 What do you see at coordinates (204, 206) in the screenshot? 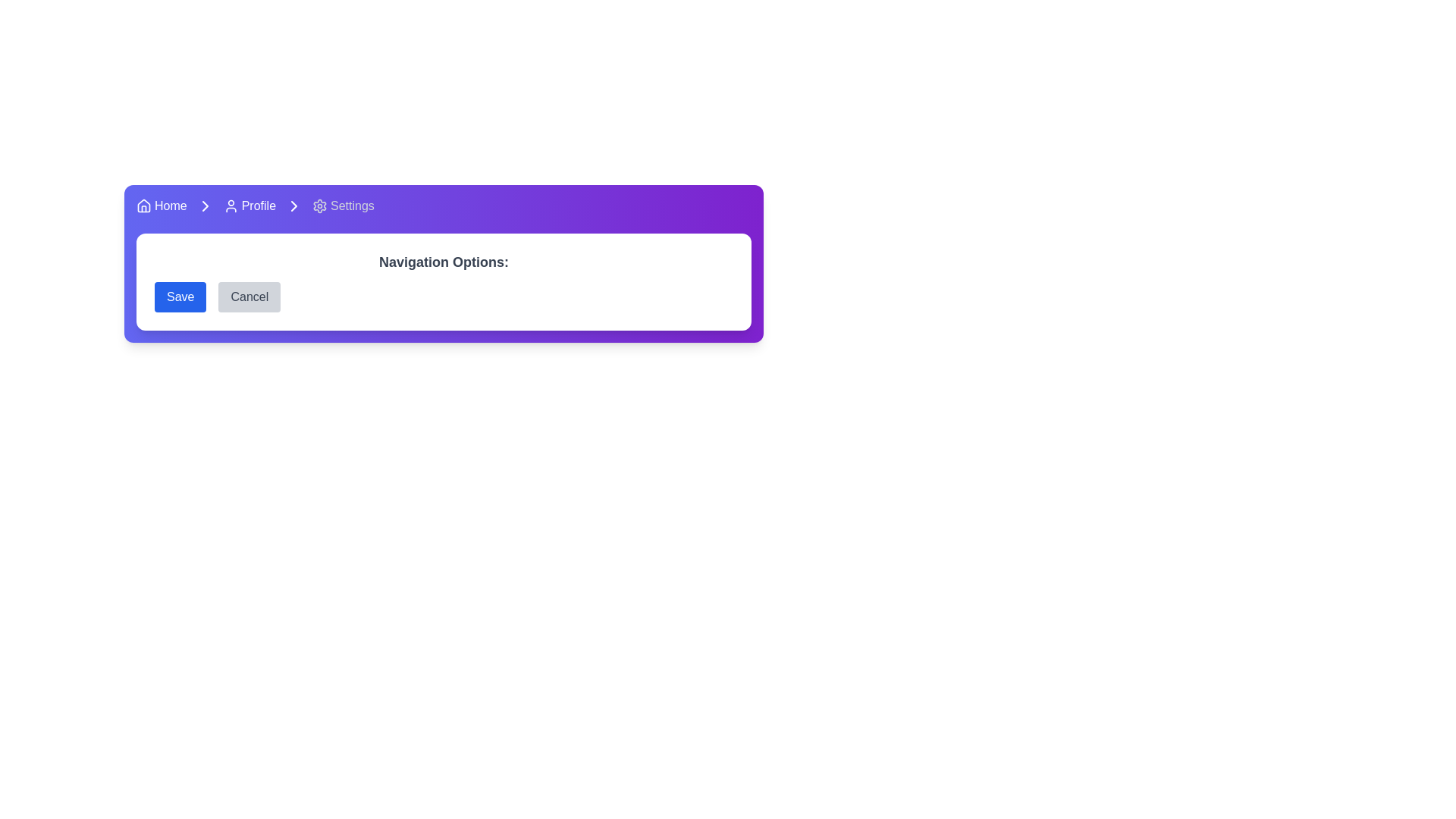
I see `the icon that serves as a separator in the breadcrumb navigation bar between 'Home' and 'Profile'` at bounding box center [204, 206].